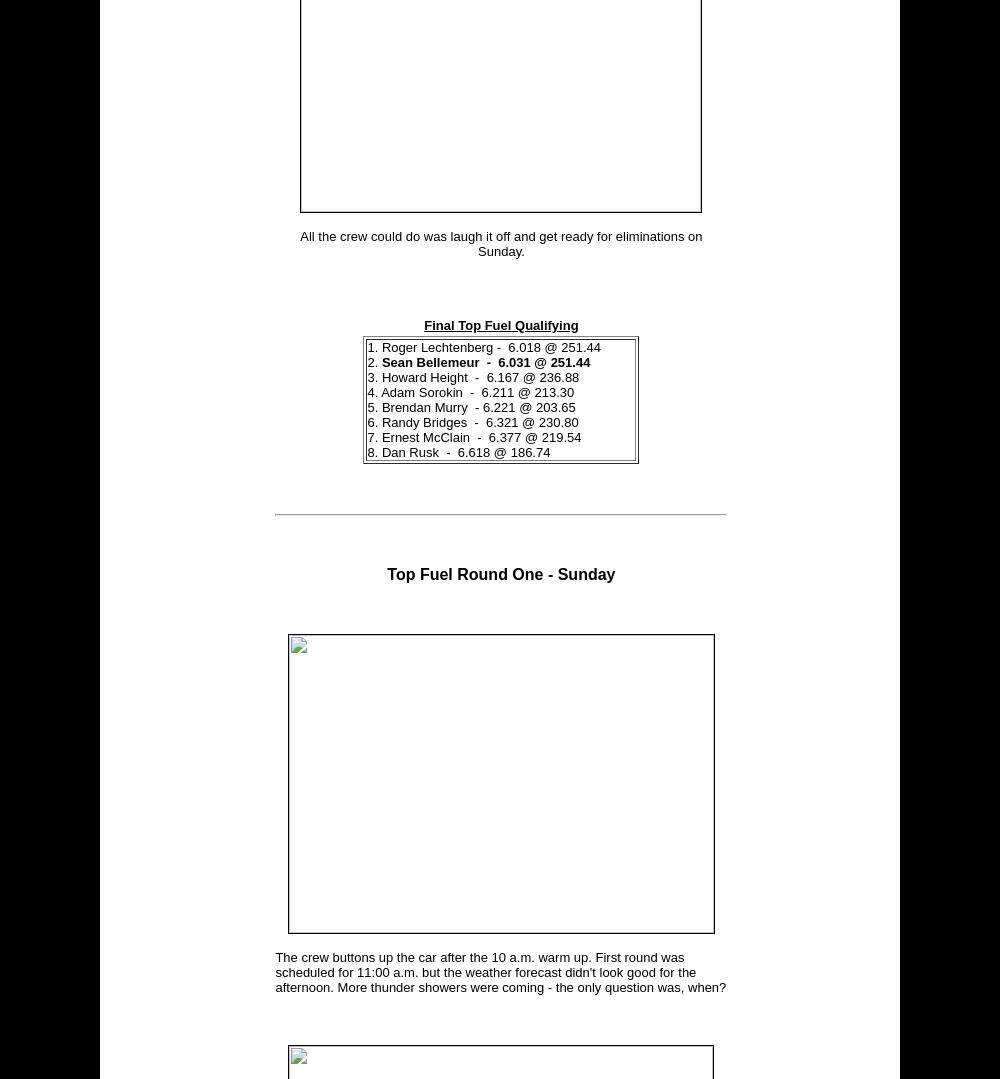  What do you see at coordinates (373, 362) in the screenshot?
I see `'2.'` at bounding box center [373, 362].